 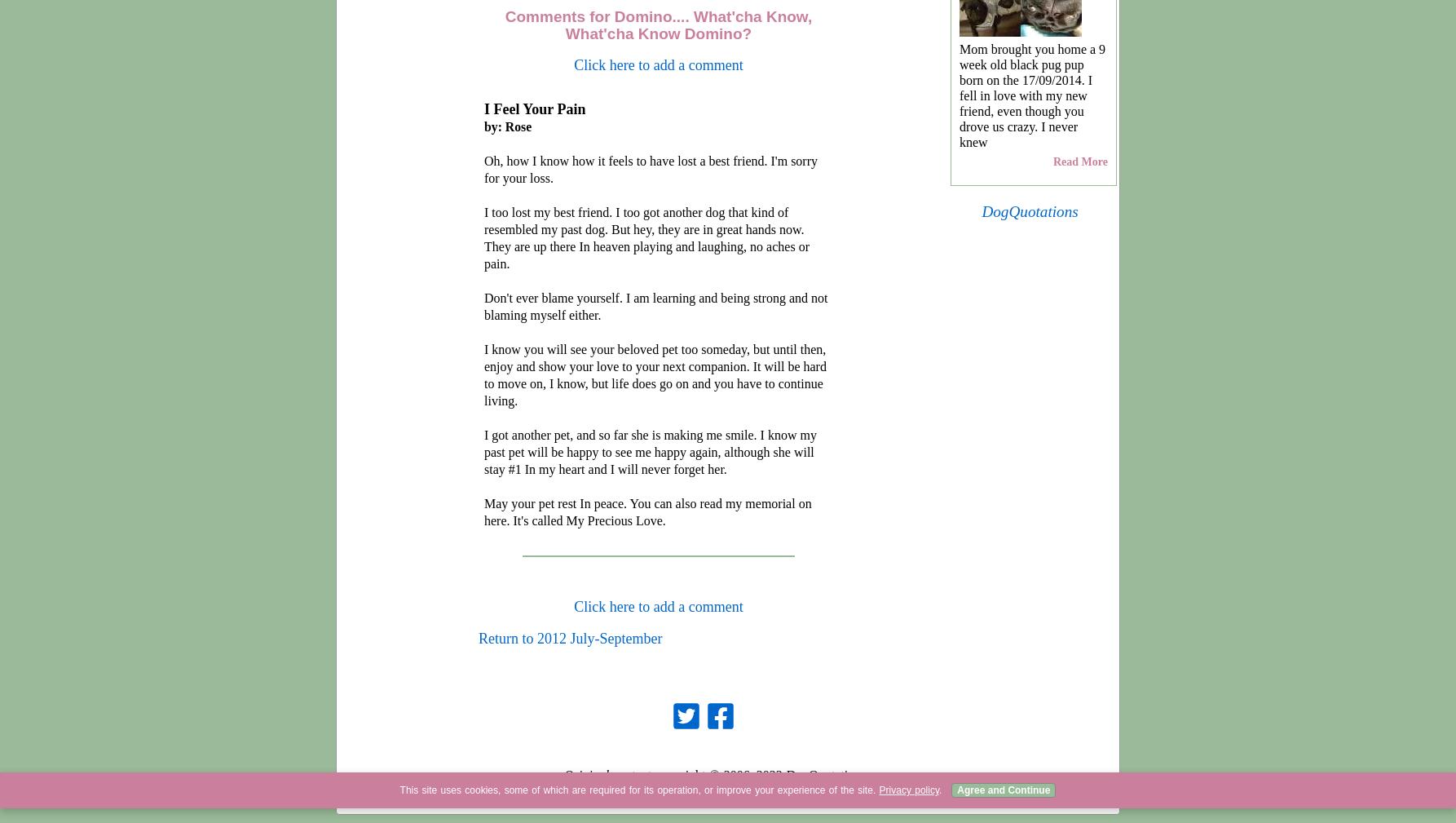 I want to click on 'Agree and Continue', so click(x=1003, y=790).